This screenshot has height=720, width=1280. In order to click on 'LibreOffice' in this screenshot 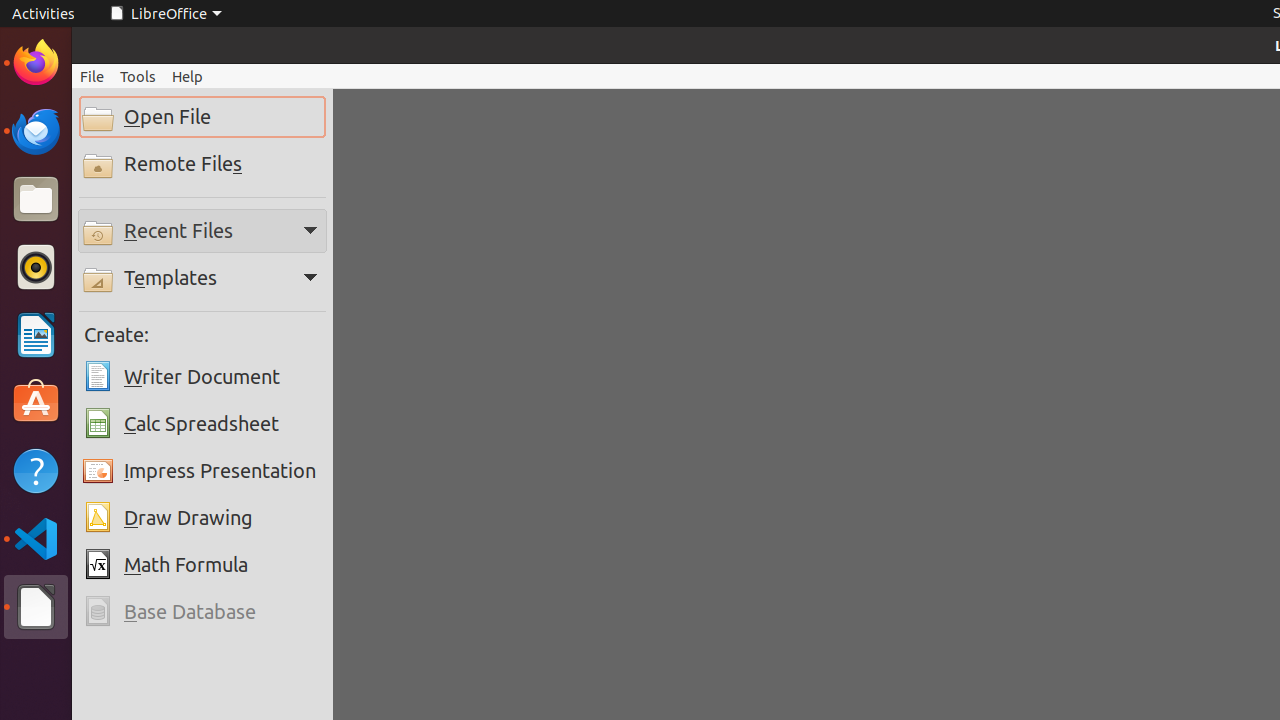, I will do `click(164, 13)`.